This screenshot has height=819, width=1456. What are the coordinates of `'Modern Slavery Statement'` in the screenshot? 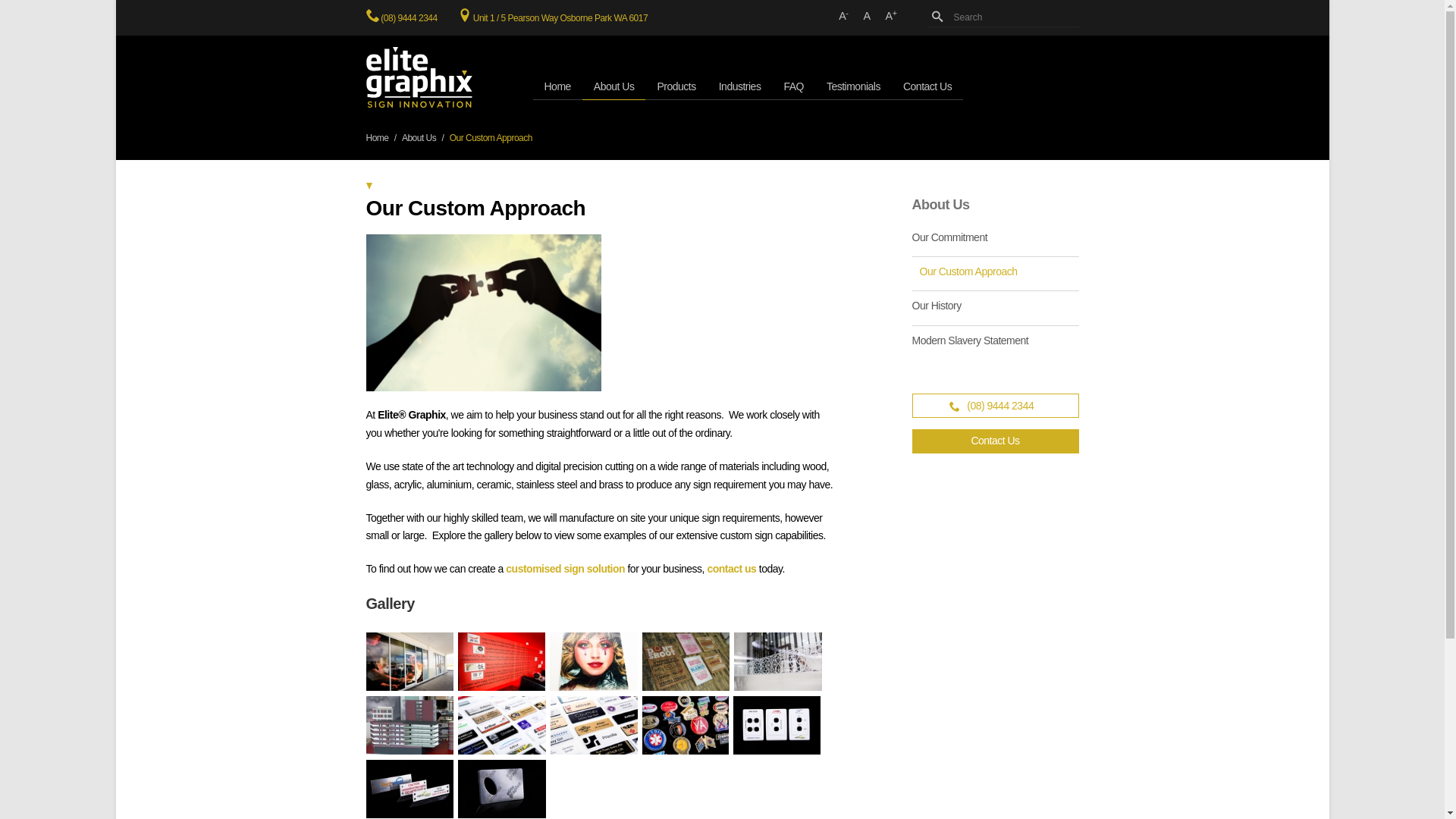 It's located at (994, 339).